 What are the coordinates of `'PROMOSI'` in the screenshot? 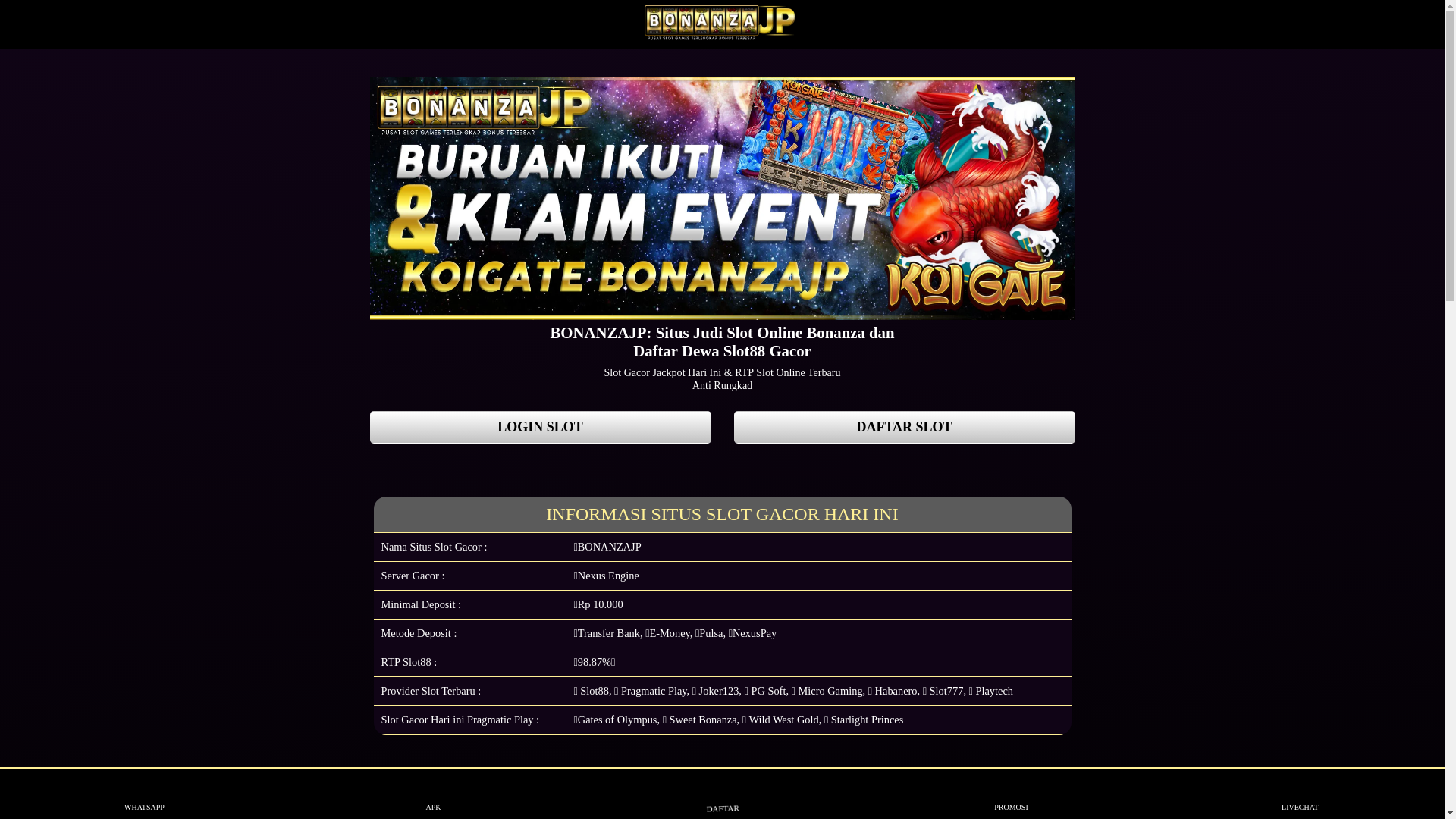 It's located at (1011, 792).